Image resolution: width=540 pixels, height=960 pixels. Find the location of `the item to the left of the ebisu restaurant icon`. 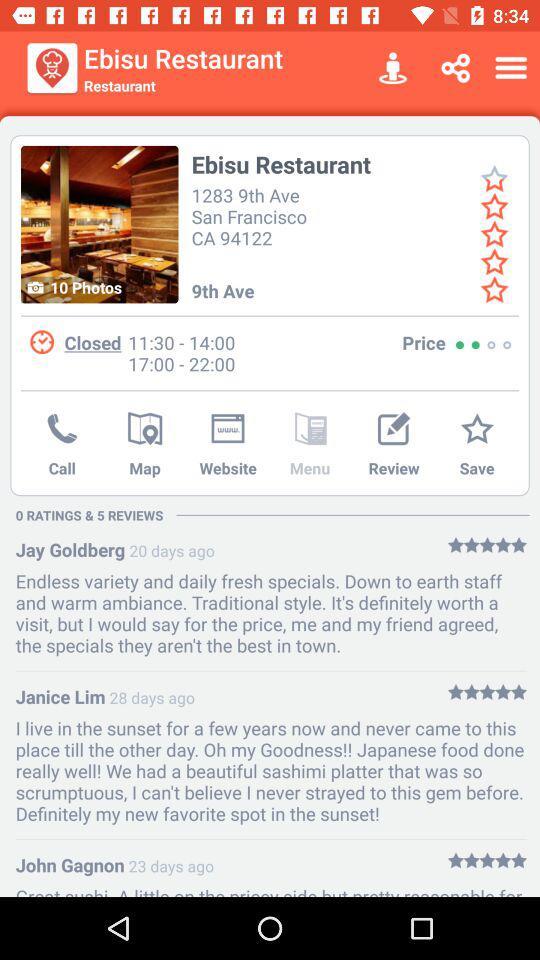

the item to the left of the ebisu restaurant icon is located at coordinates (98, 224).